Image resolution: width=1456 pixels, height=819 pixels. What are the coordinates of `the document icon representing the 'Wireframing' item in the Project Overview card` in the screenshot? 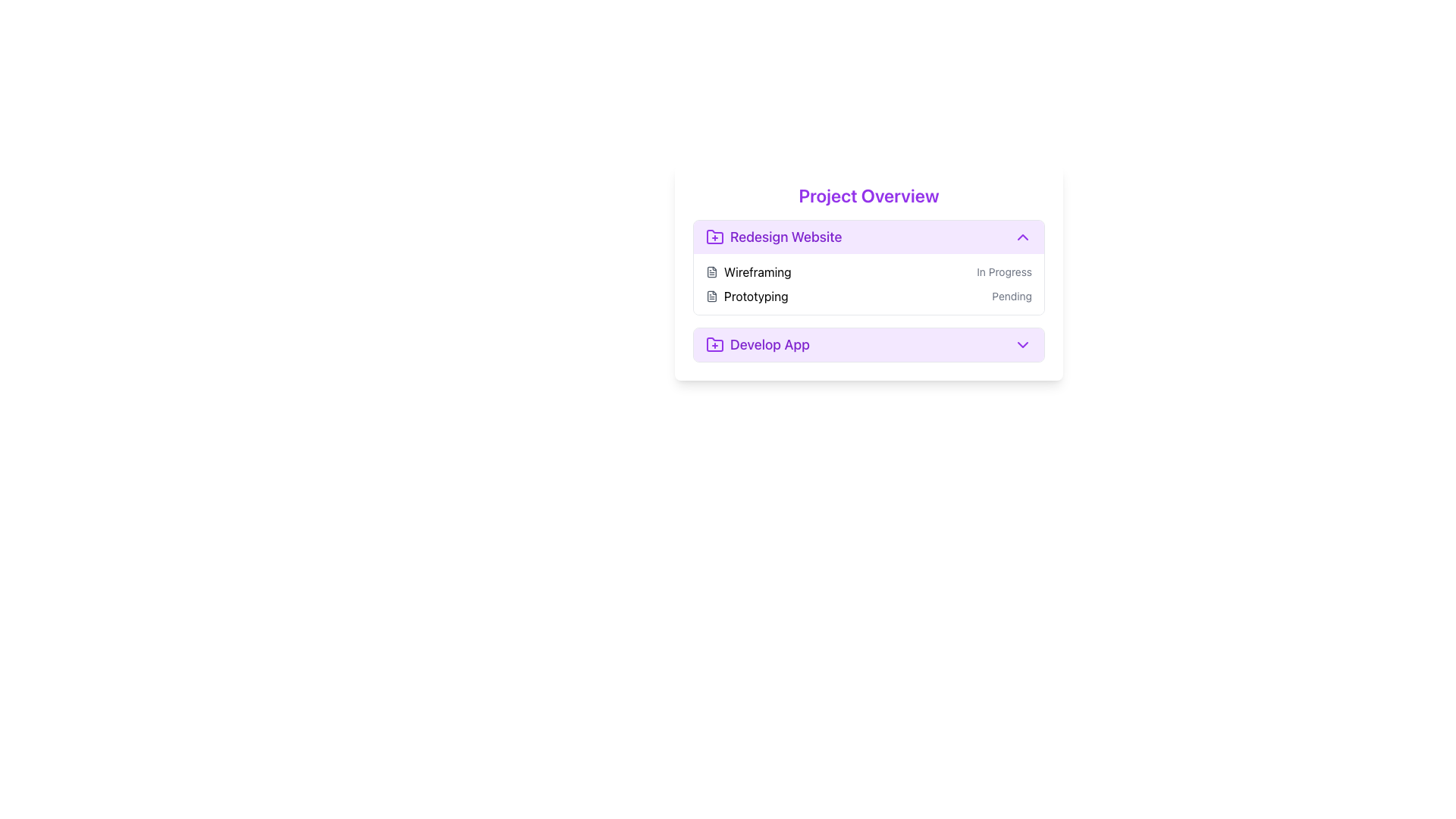 It's located at (711, 271).